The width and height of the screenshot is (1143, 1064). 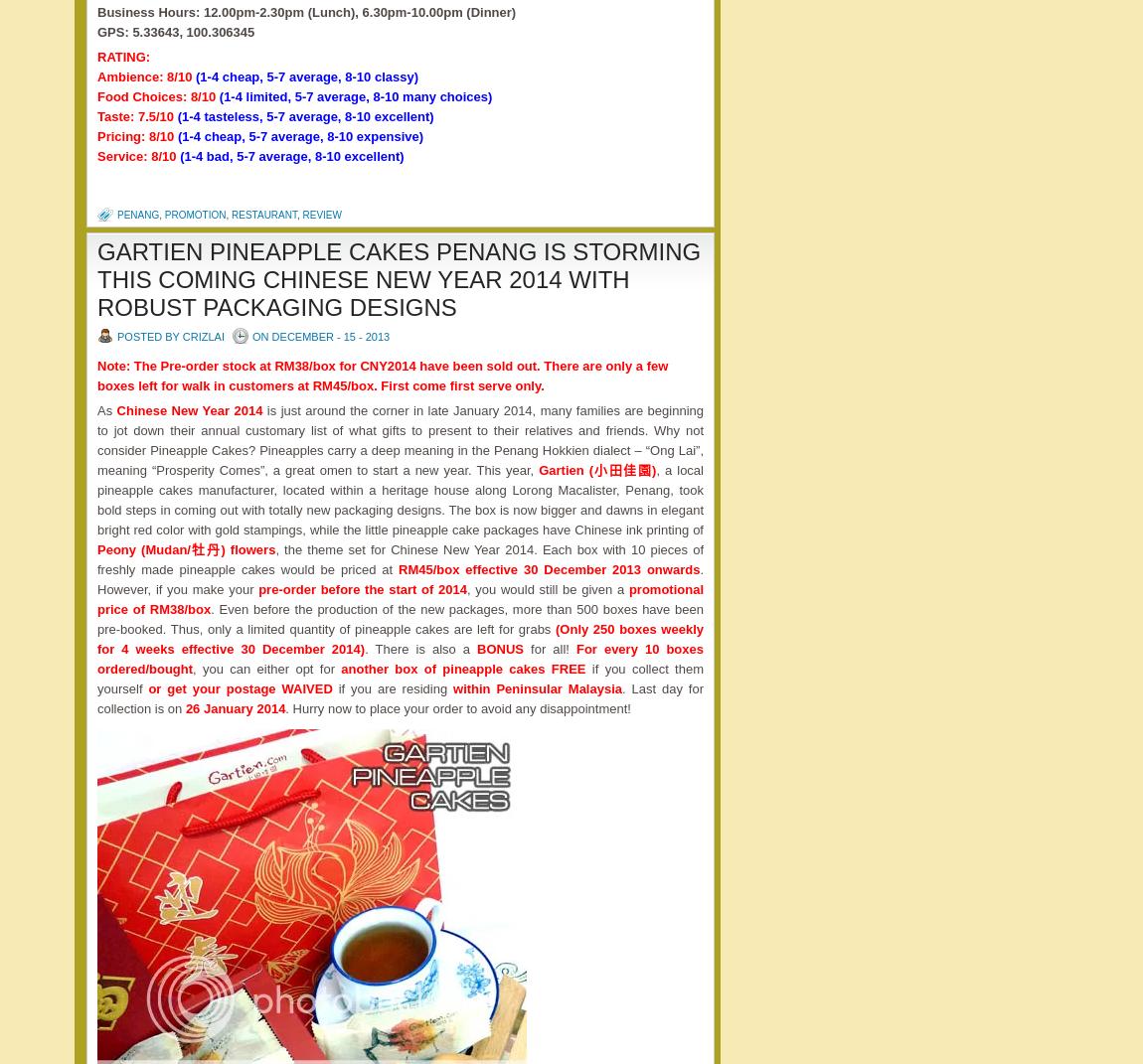 What do you see at coordinates (291, 155) in the screenshot?
I see `'(1-4 bad, 5-7 average, 8-10 excellent)'` at bounding box center [291, 155].